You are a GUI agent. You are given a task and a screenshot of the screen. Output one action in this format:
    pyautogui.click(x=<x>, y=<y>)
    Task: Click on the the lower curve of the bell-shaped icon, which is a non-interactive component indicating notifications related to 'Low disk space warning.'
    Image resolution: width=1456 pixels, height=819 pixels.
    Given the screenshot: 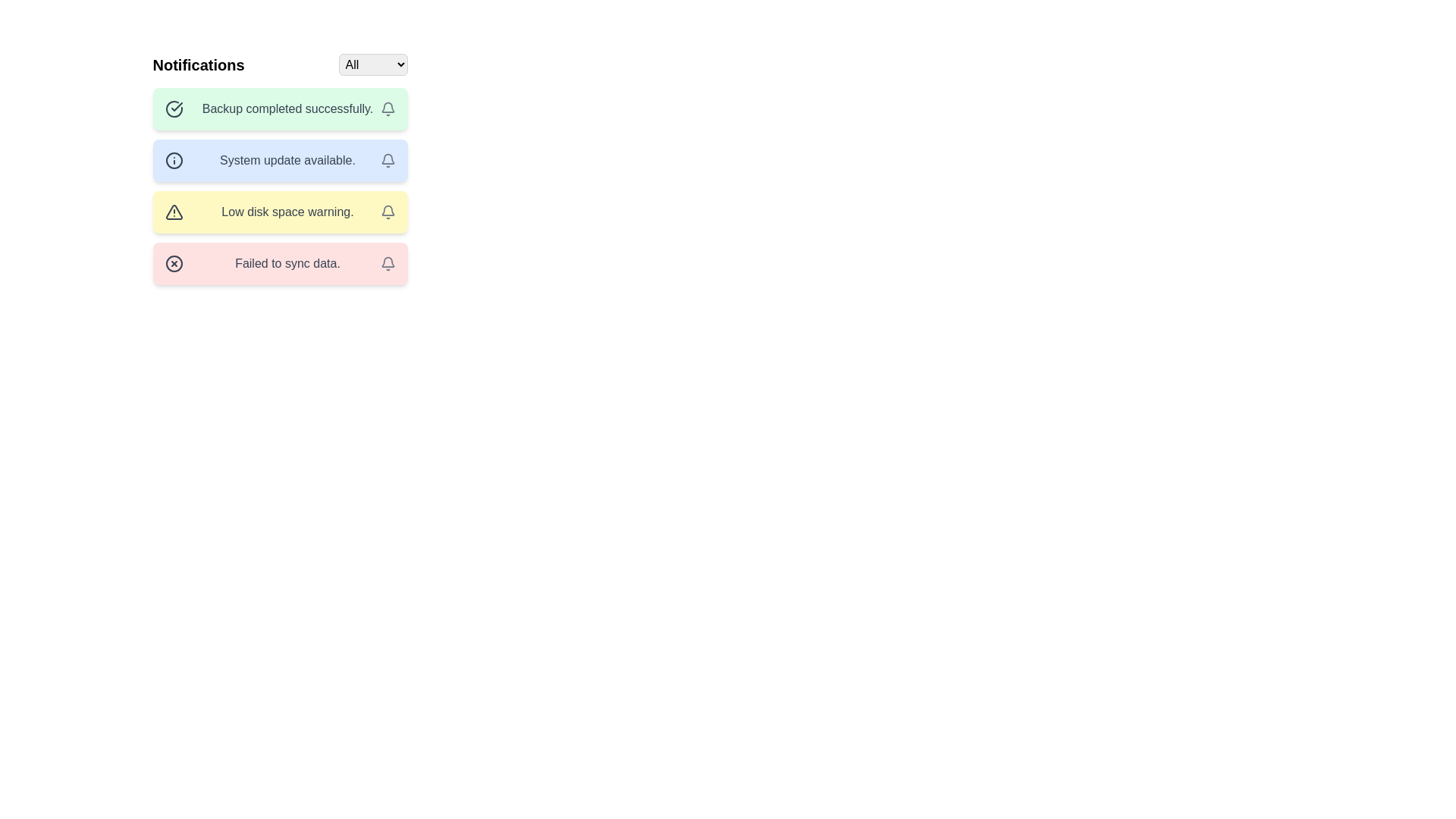 What is the action you would take?
    pyautogui.click(x=388, y=261)
    